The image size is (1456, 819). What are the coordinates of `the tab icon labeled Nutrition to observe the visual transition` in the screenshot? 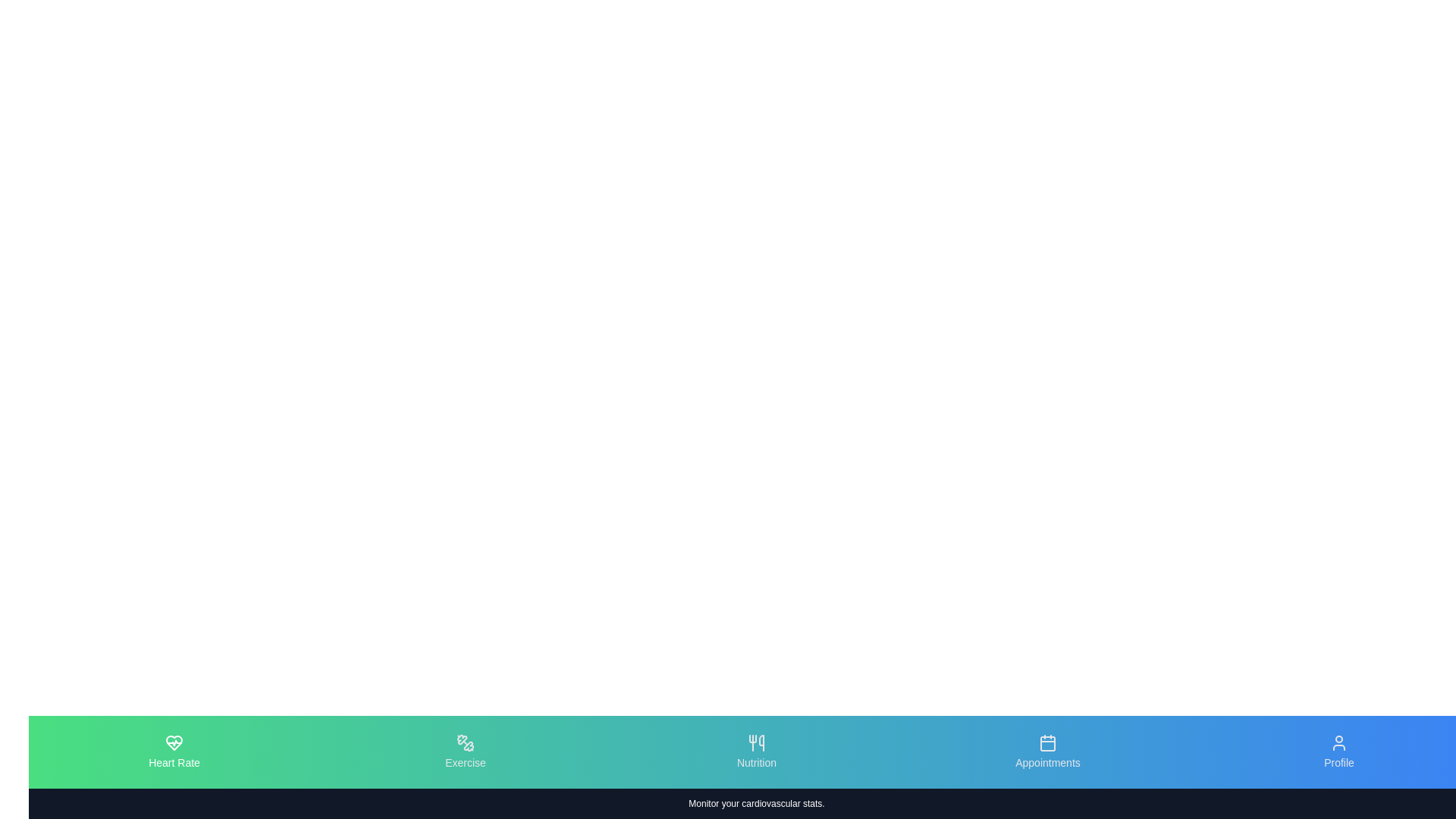 It's located at (757, 752).